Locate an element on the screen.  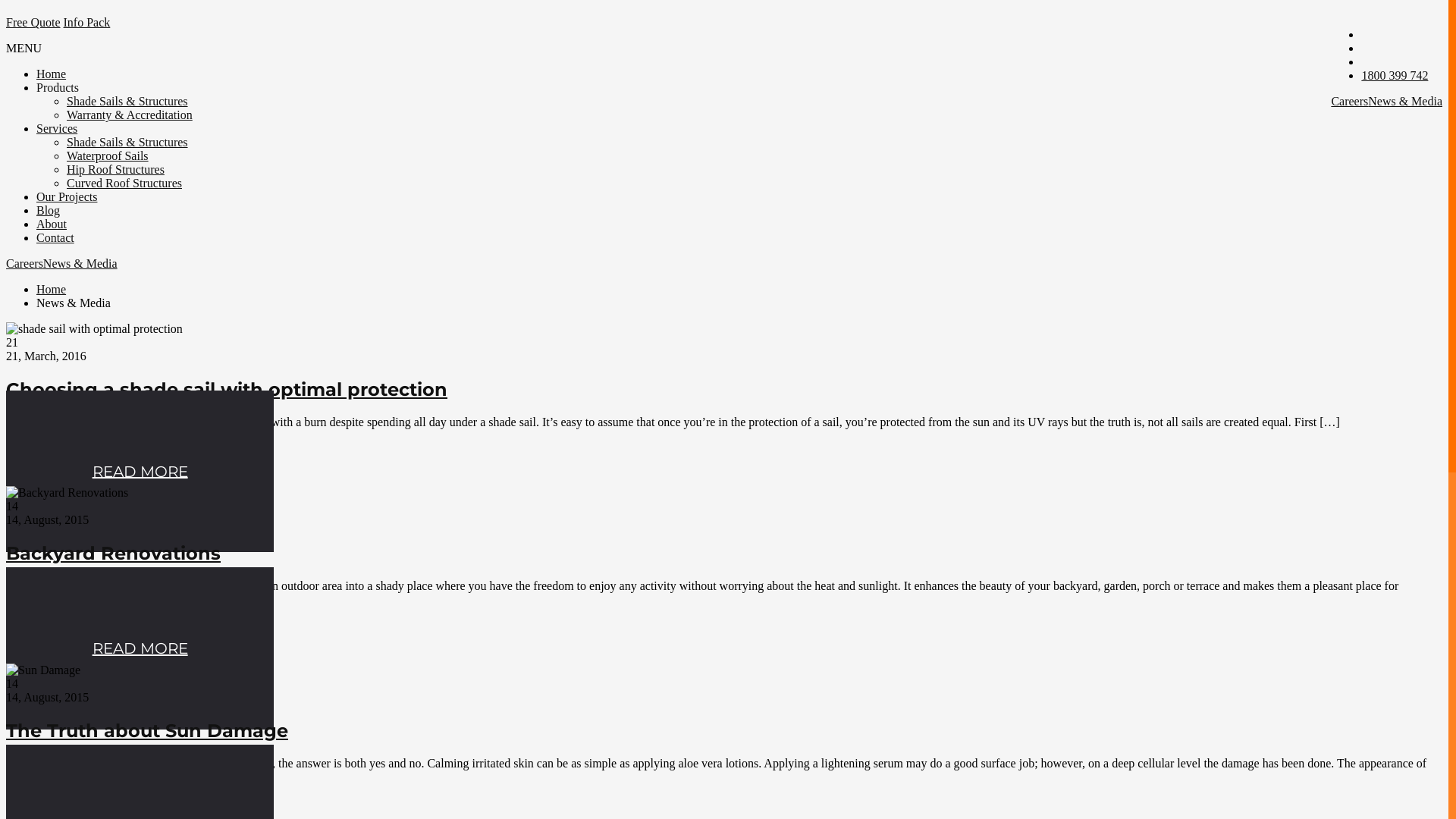
'Blog' is located at coordinates (48, 210).